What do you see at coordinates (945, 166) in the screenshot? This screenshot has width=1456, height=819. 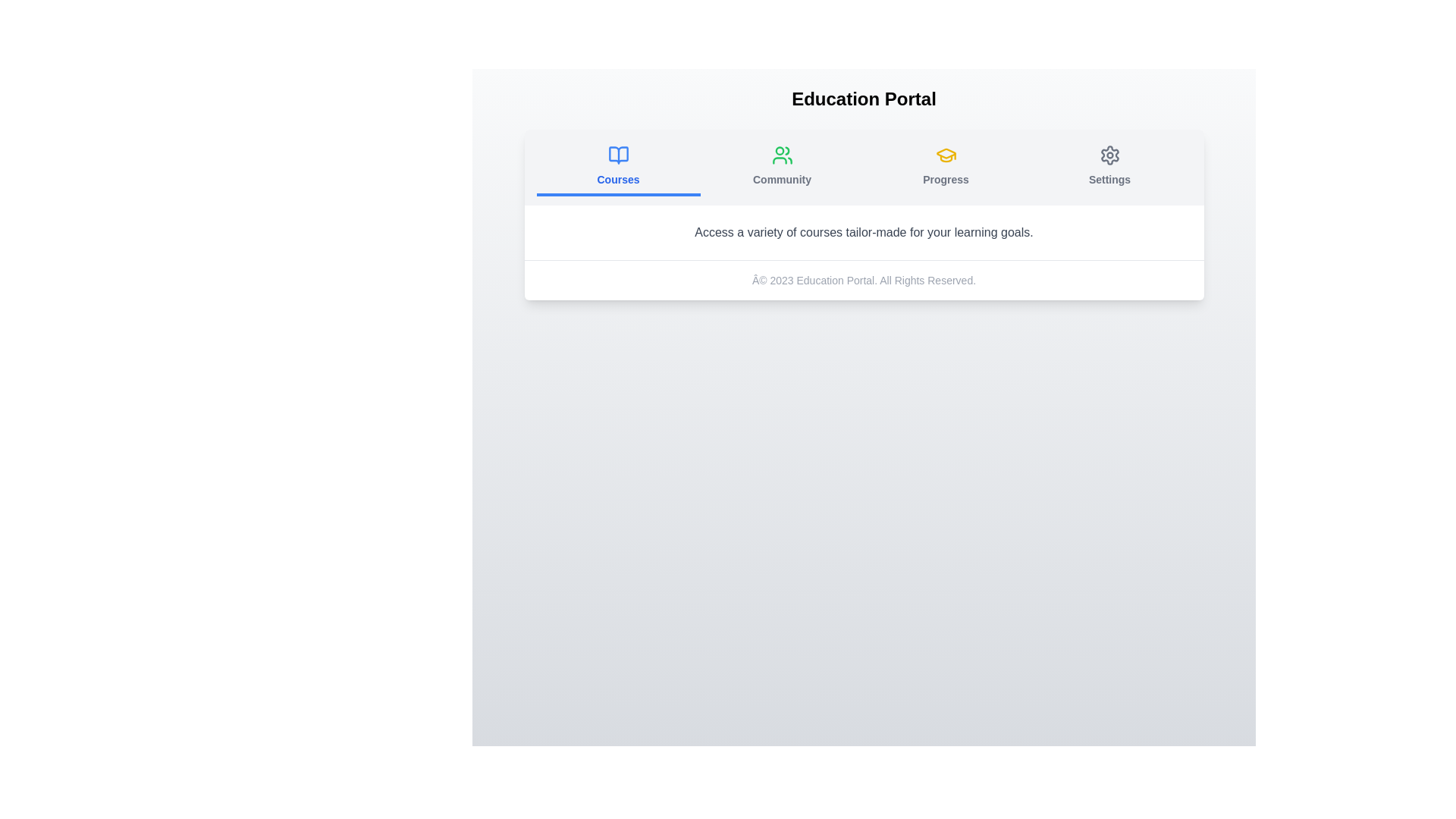 I see `the third interactive button in the navigation menu, which is located between the 'Community' and 'Settings' options` at bounding box center [945, 166].